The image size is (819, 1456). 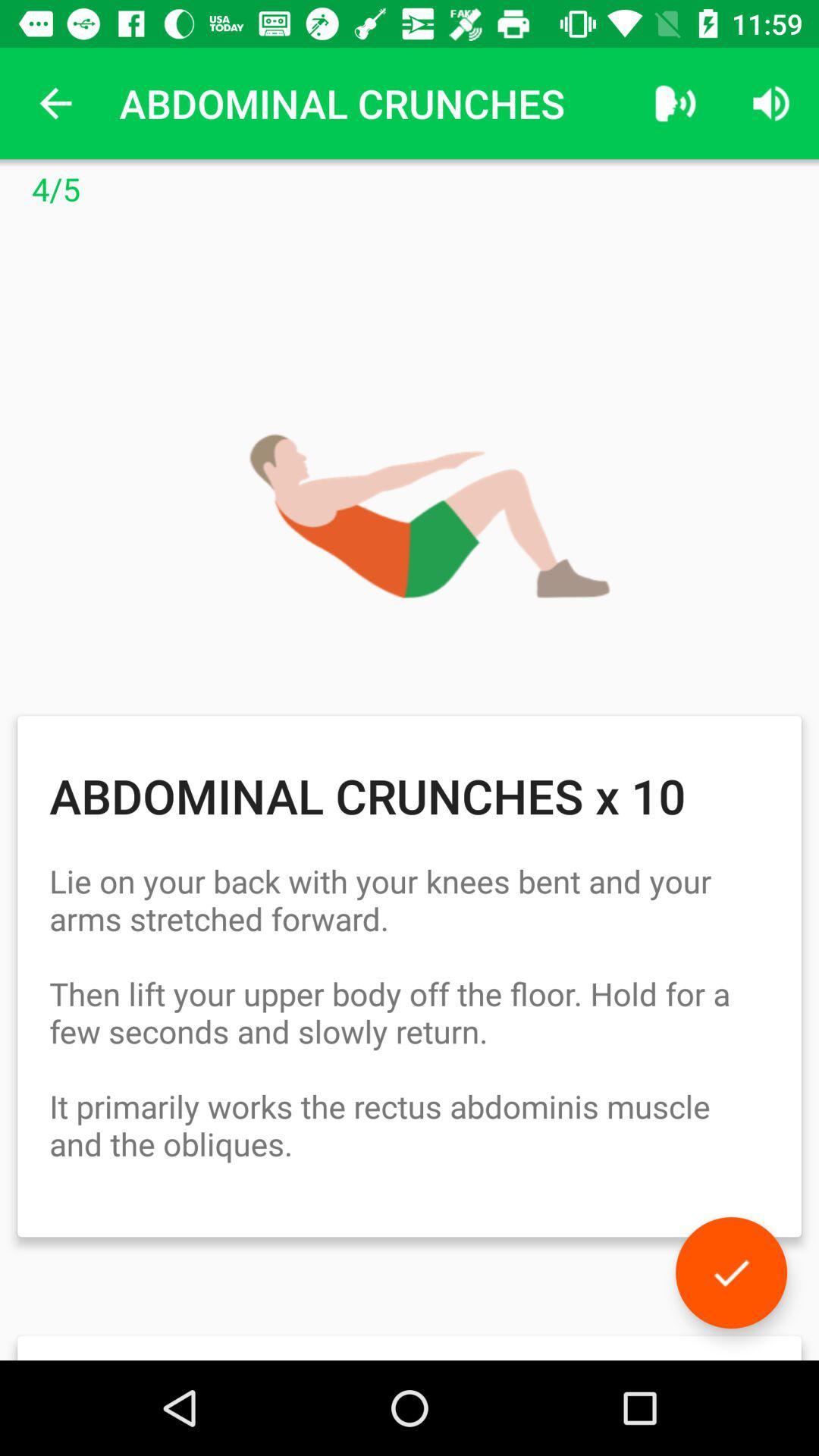 I want to click on icon at the top left corner, so click(x=55, y=102).